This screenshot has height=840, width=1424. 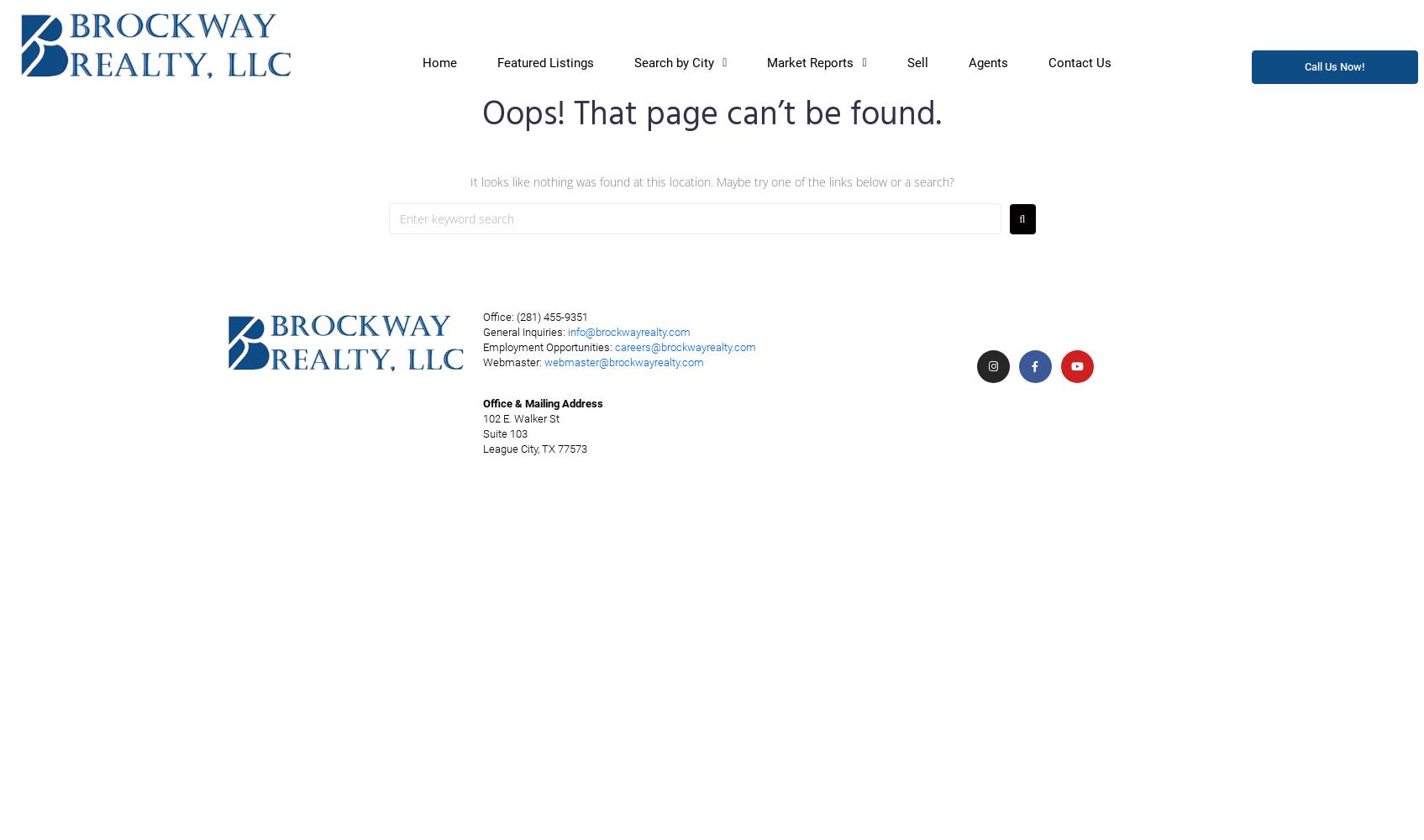 I want to click on 'League City, TX 77573', so click(x=533, y=449).